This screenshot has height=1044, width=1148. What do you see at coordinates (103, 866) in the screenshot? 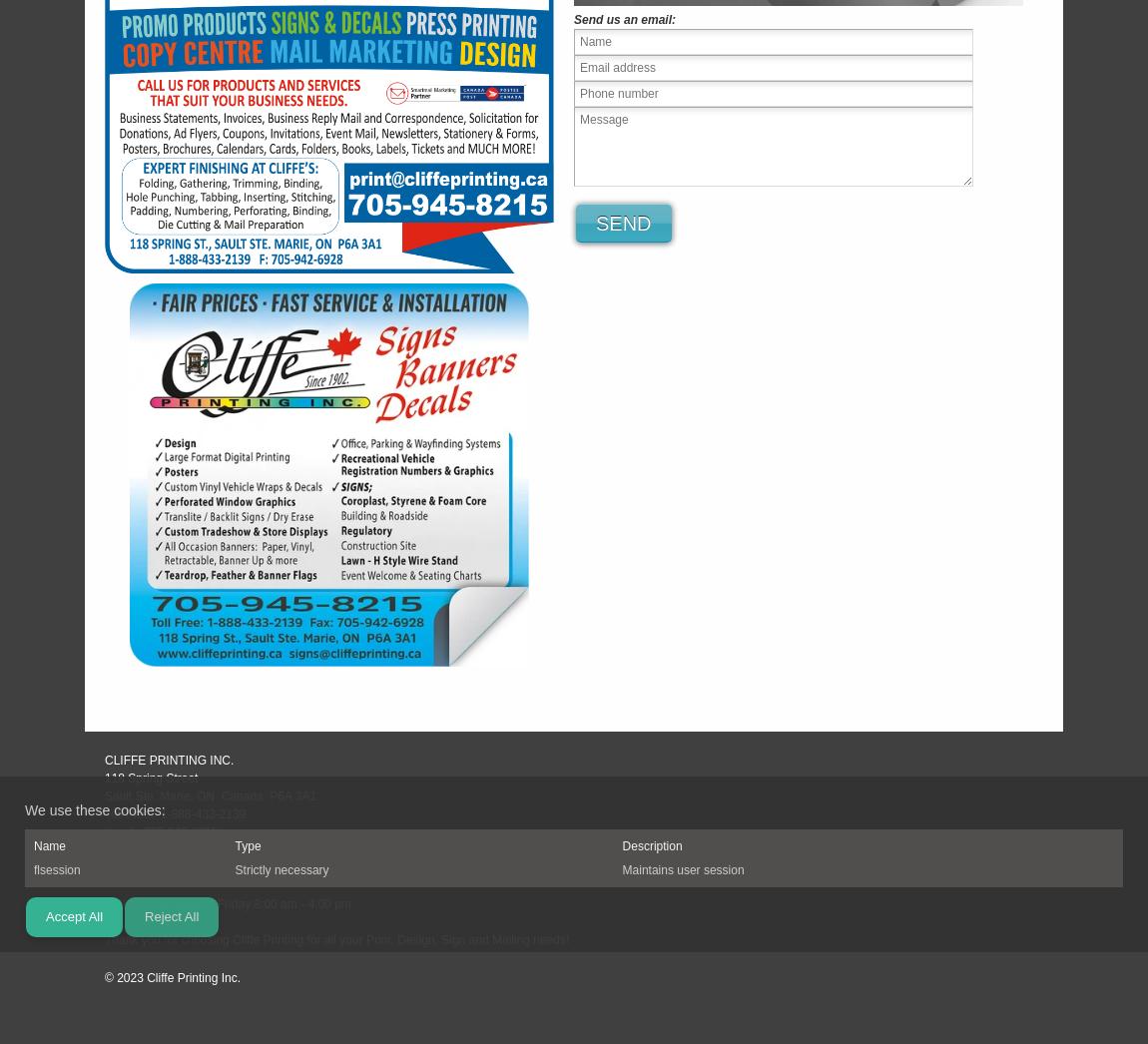
I see `'print@cliffeprinting.ca'` at bounding box center [103, 866].